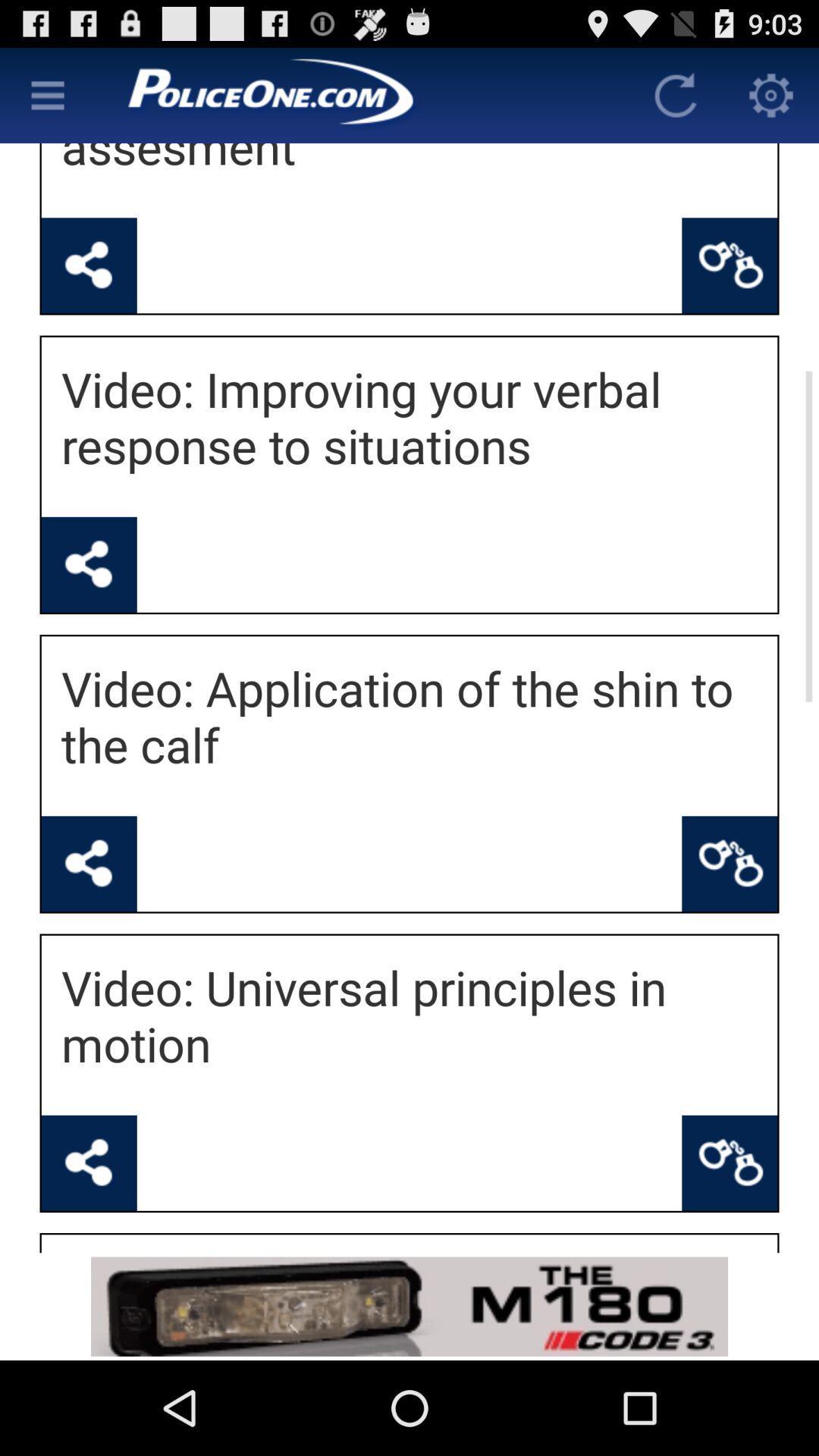 Image resolution: width=819 pixels, height=1456 pixels. What do you see at coordinates (771, 94) in the screenshot?
I see `open settings` at bounding box center [771, 94].